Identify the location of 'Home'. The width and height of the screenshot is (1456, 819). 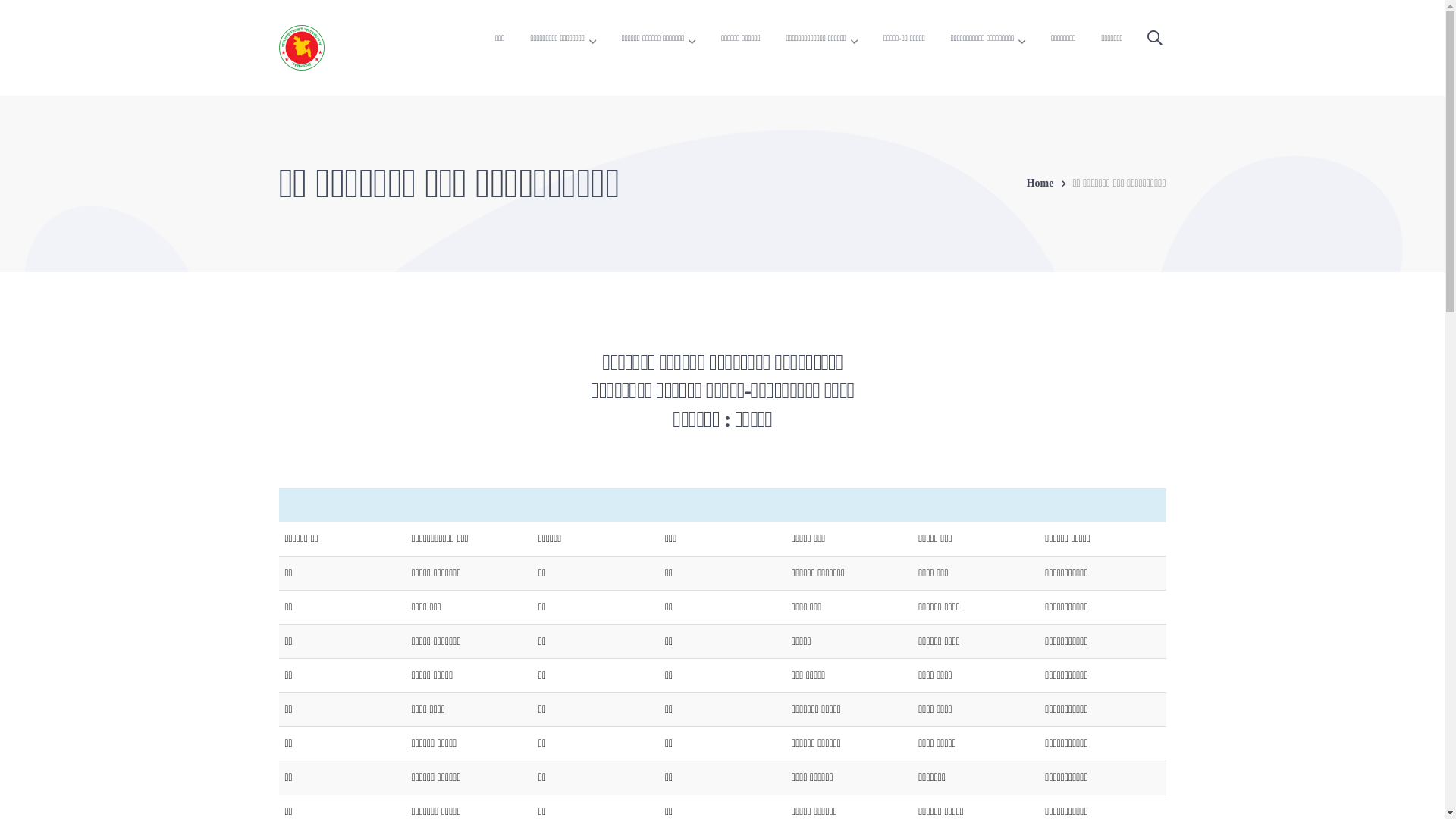
(1049, 183).